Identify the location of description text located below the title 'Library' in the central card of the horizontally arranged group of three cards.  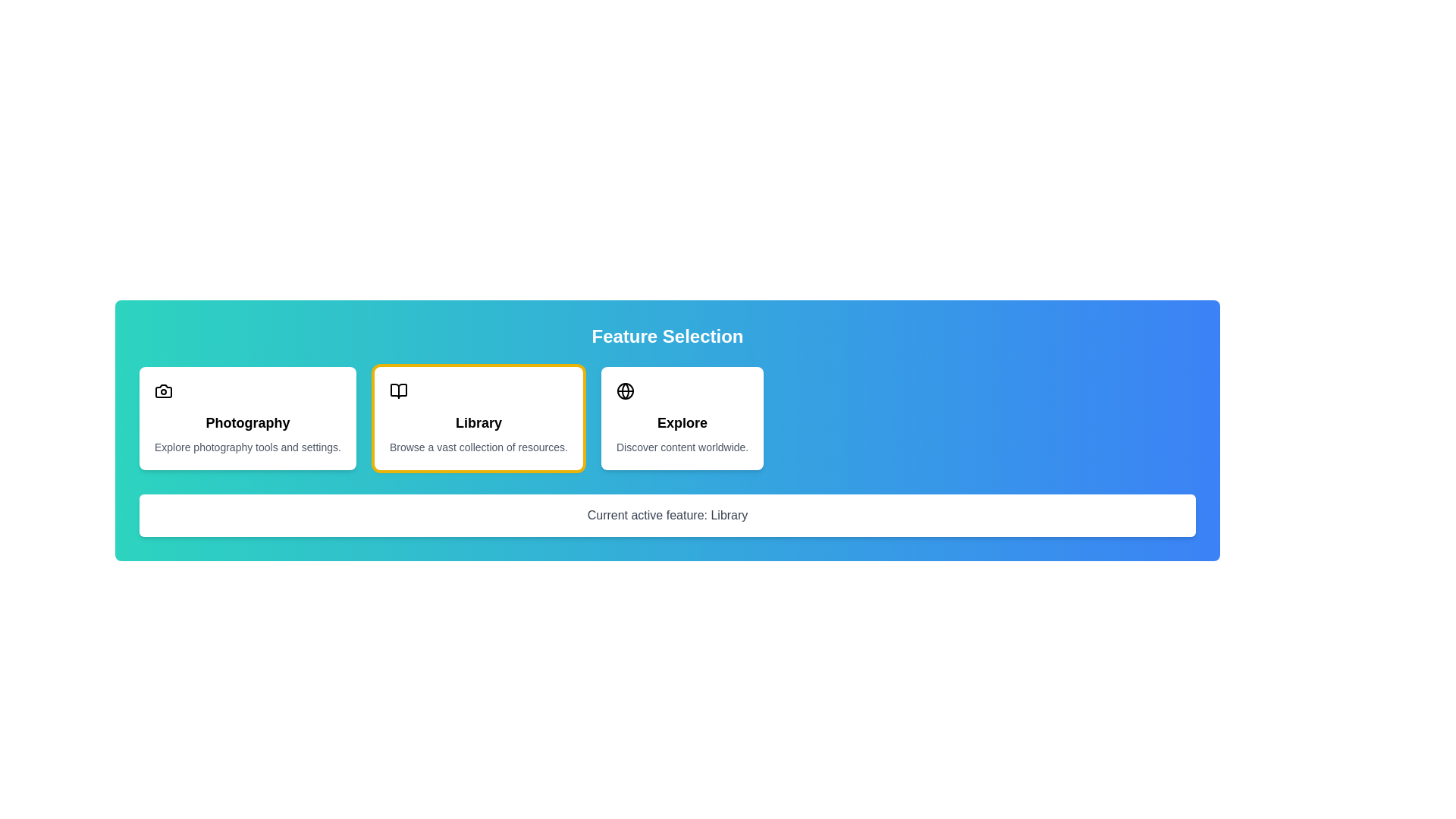
(478, 447).